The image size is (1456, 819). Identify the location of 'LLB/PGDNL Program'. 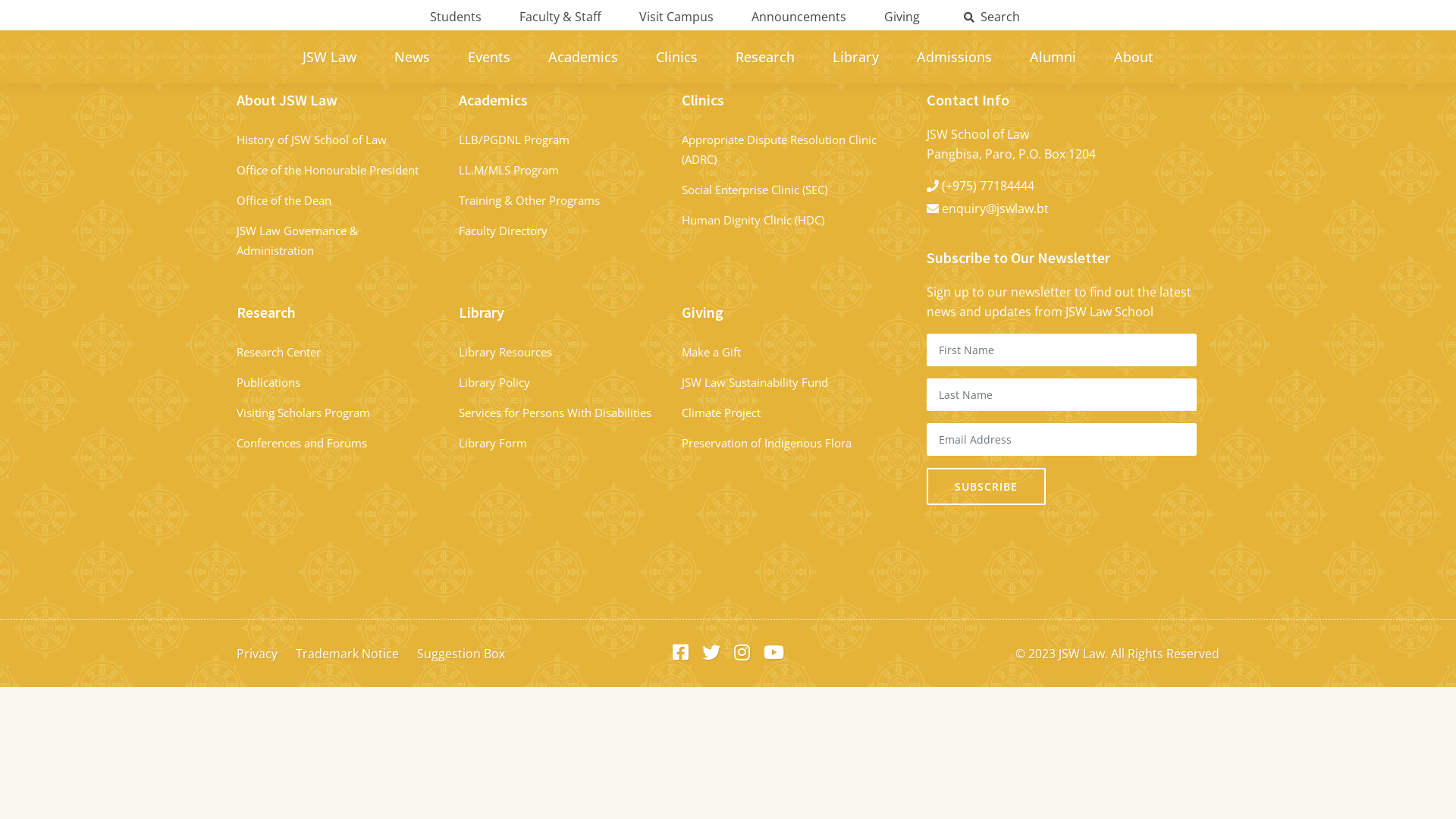
(513, 140).